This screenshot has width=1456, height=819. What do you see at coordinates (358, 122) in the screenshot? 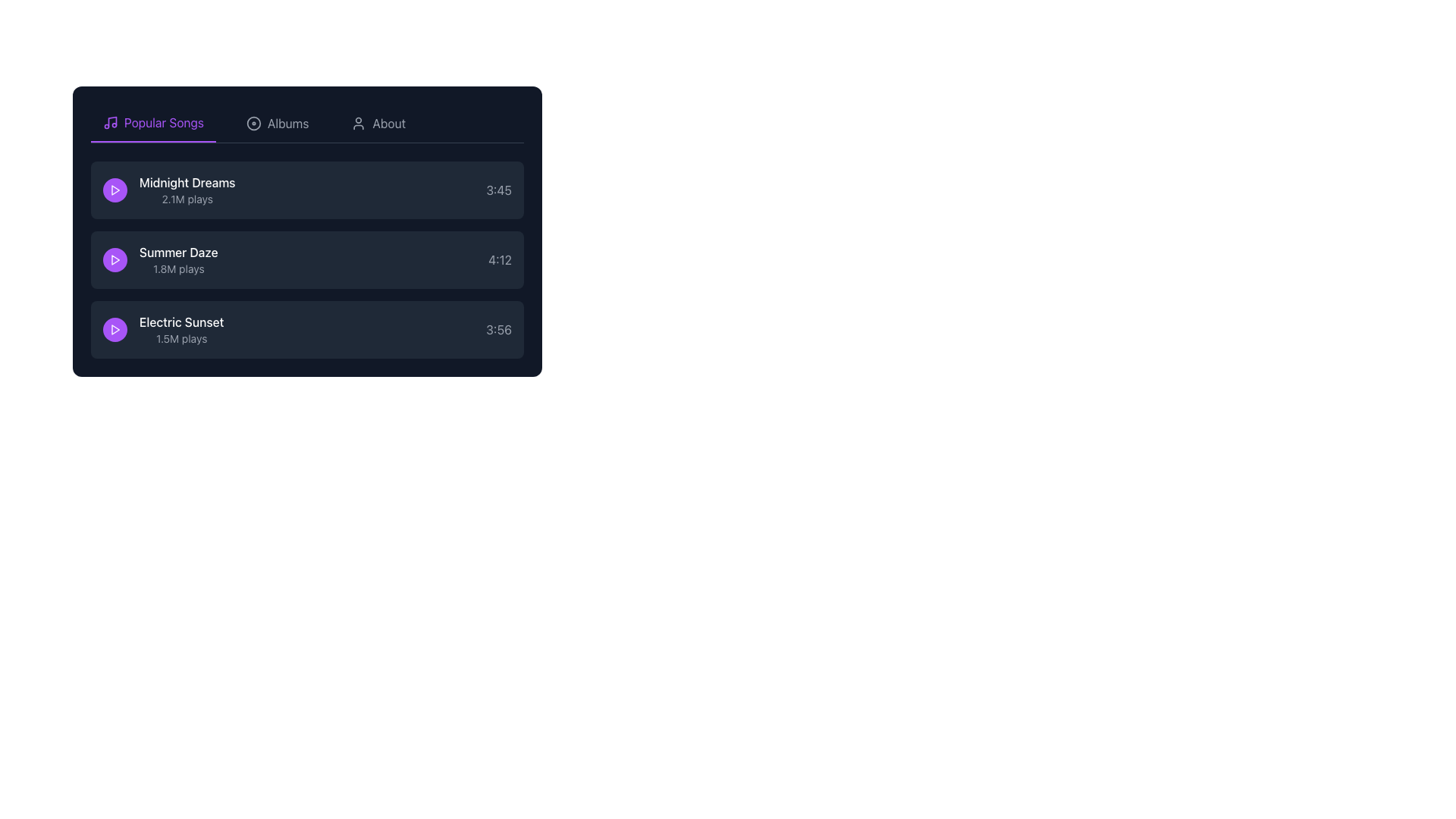
I see `the stylized user symbol icon located before the 'About' label in the top section of the interface to view more options` at bounding box center [358, 122].